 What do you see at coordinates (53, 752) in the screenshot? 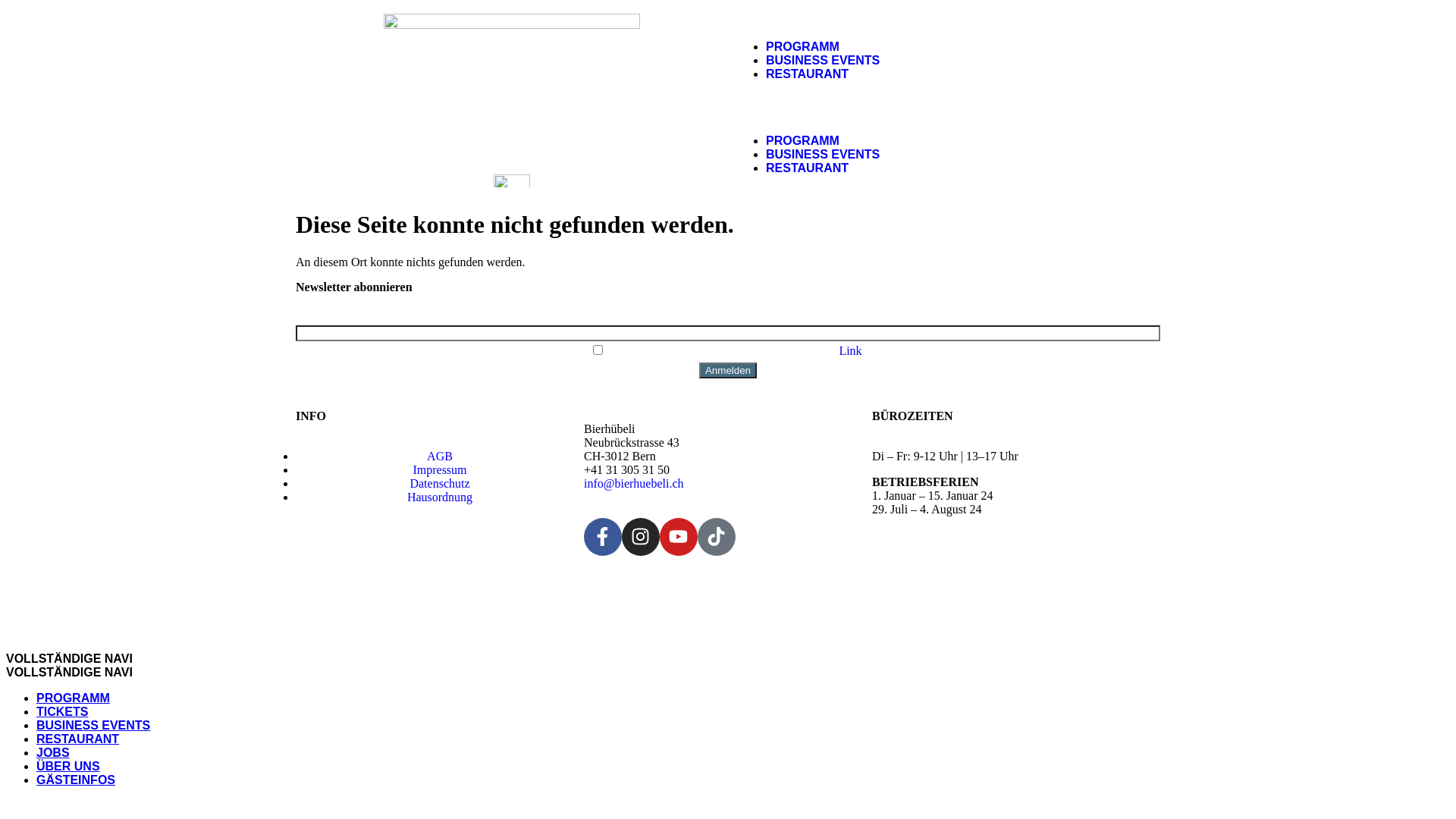
I see `'JOBS'` at bounding box center [53, 752].